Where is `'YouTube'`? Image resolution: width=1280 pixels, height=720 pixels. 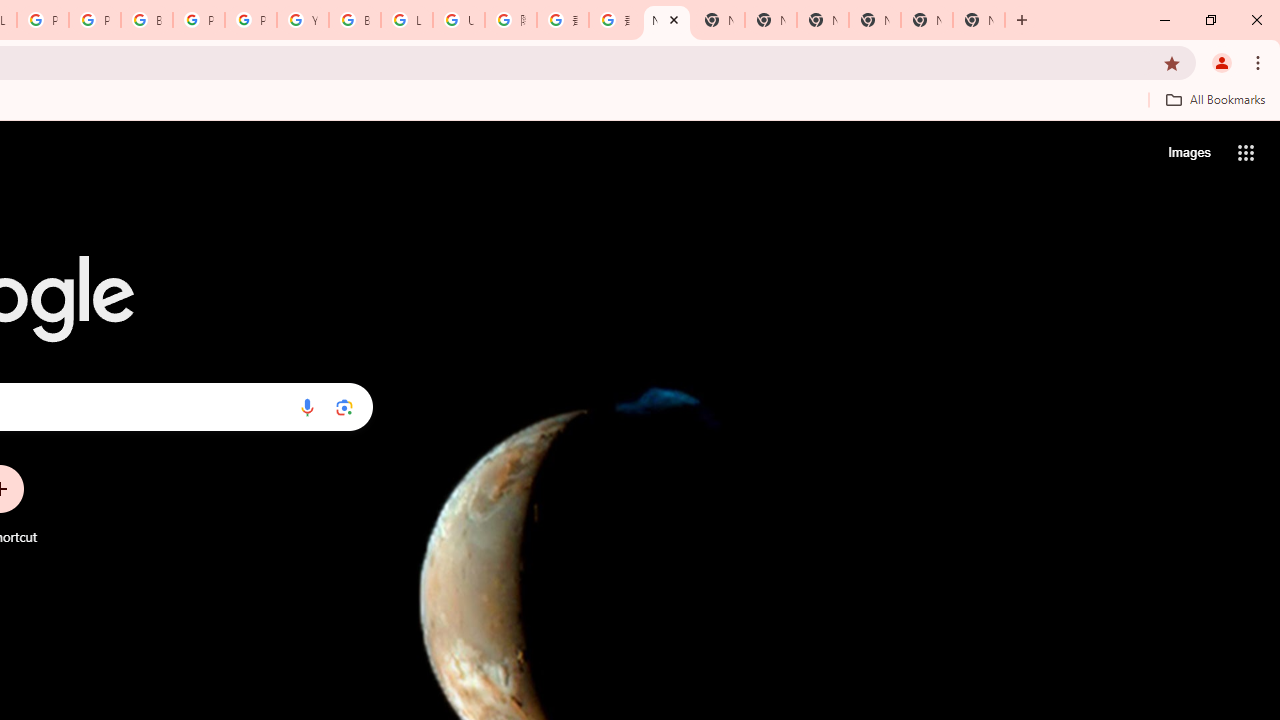 'YouTube' is located at coordinates (301, 20).